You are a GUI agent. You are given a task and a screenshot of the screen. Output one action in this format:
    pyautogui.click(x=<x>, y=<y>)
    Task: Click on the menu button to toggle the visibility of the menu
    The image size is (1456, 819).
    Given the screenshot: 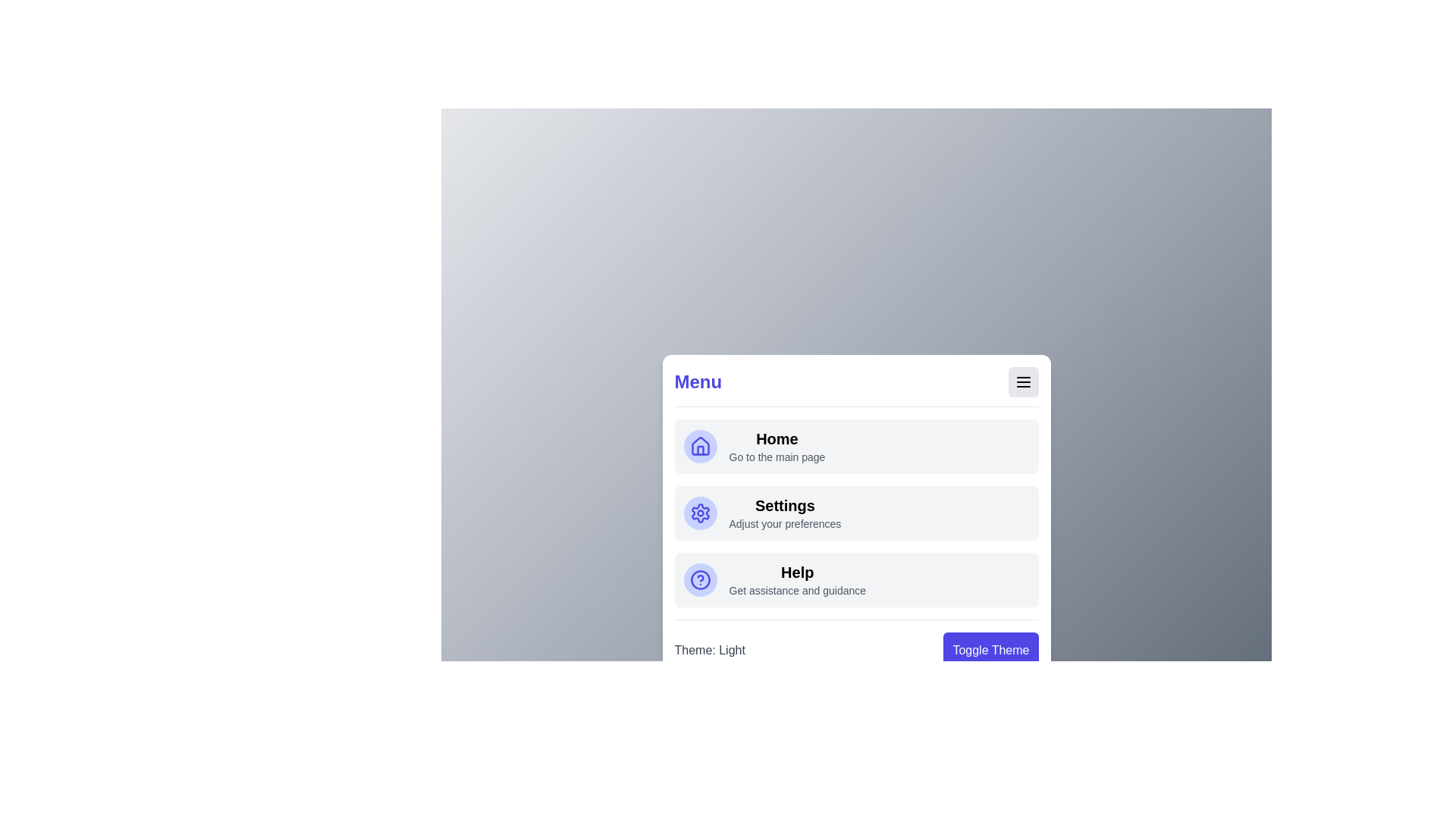 What is the action you would take?
    pyautogui.click(x=1023, y=381)
    